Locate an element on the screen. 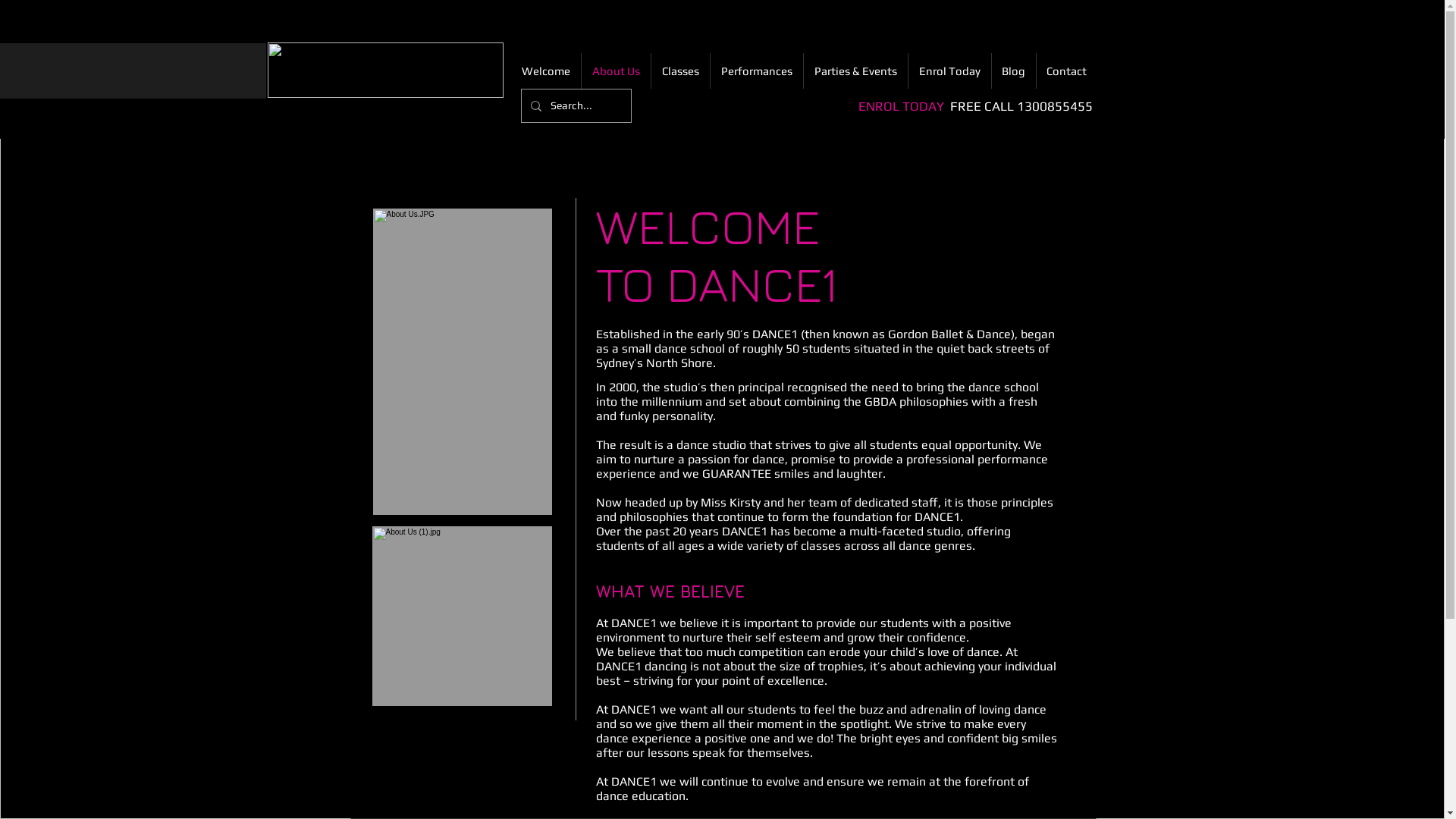 This screenshot has height=819, width=1456. 'Performances' is located at coordinates (756, 71).